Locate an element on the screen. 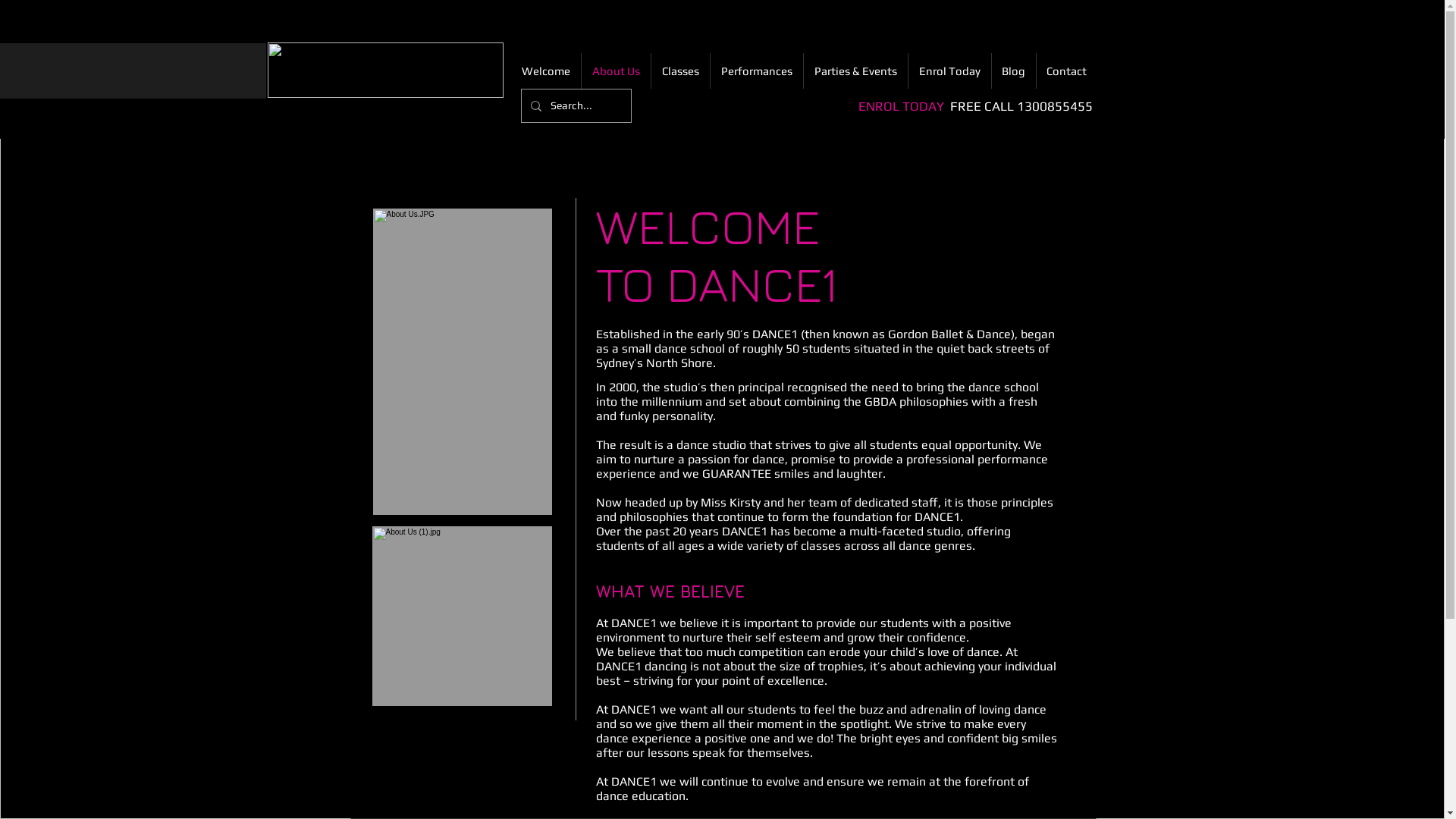 This screenshot has height=819, width=1456. 'Performances' is located at coordinates (756, 71).